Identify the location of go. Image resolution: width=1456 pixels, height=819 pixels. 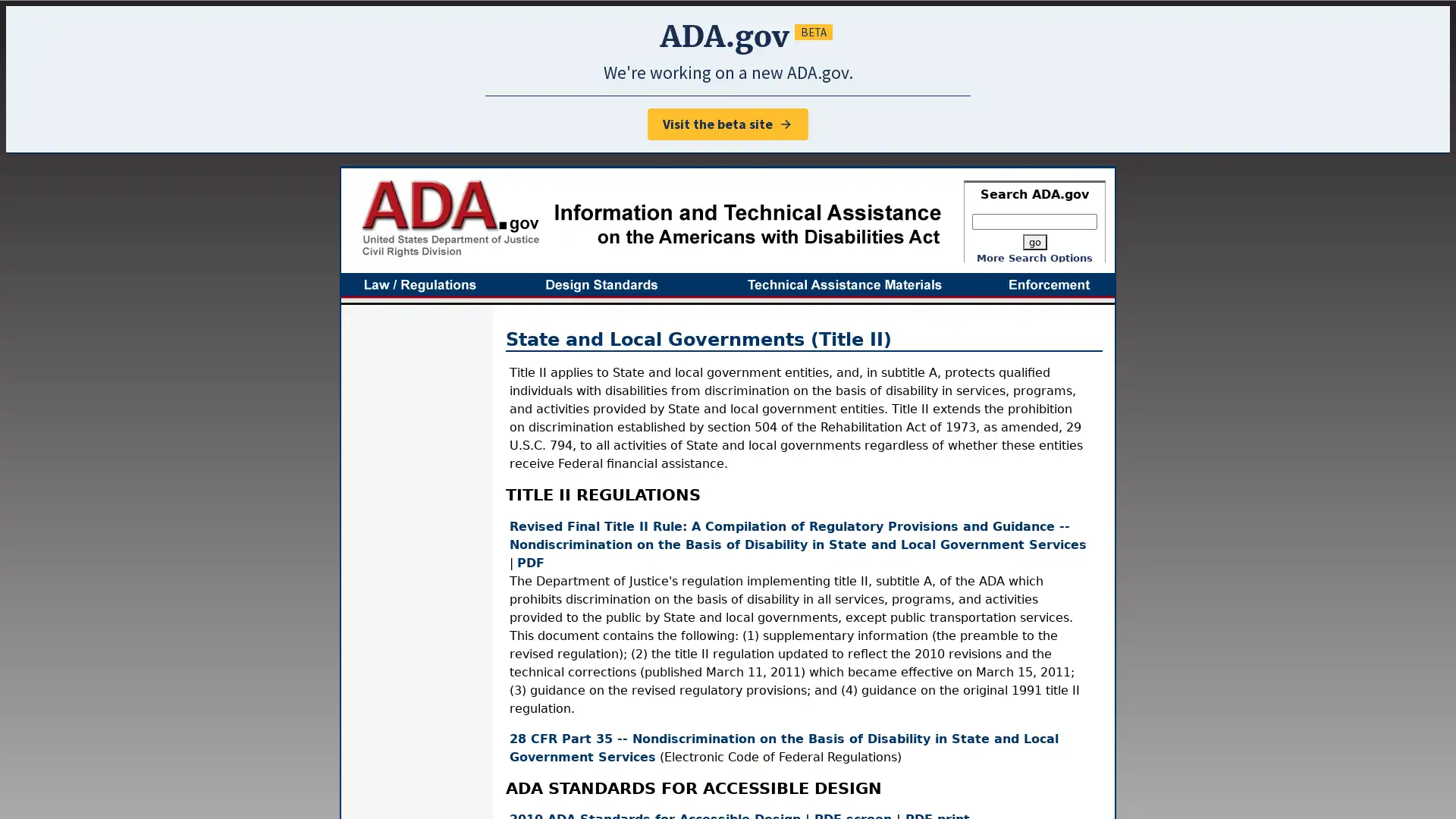
(1033, 241).